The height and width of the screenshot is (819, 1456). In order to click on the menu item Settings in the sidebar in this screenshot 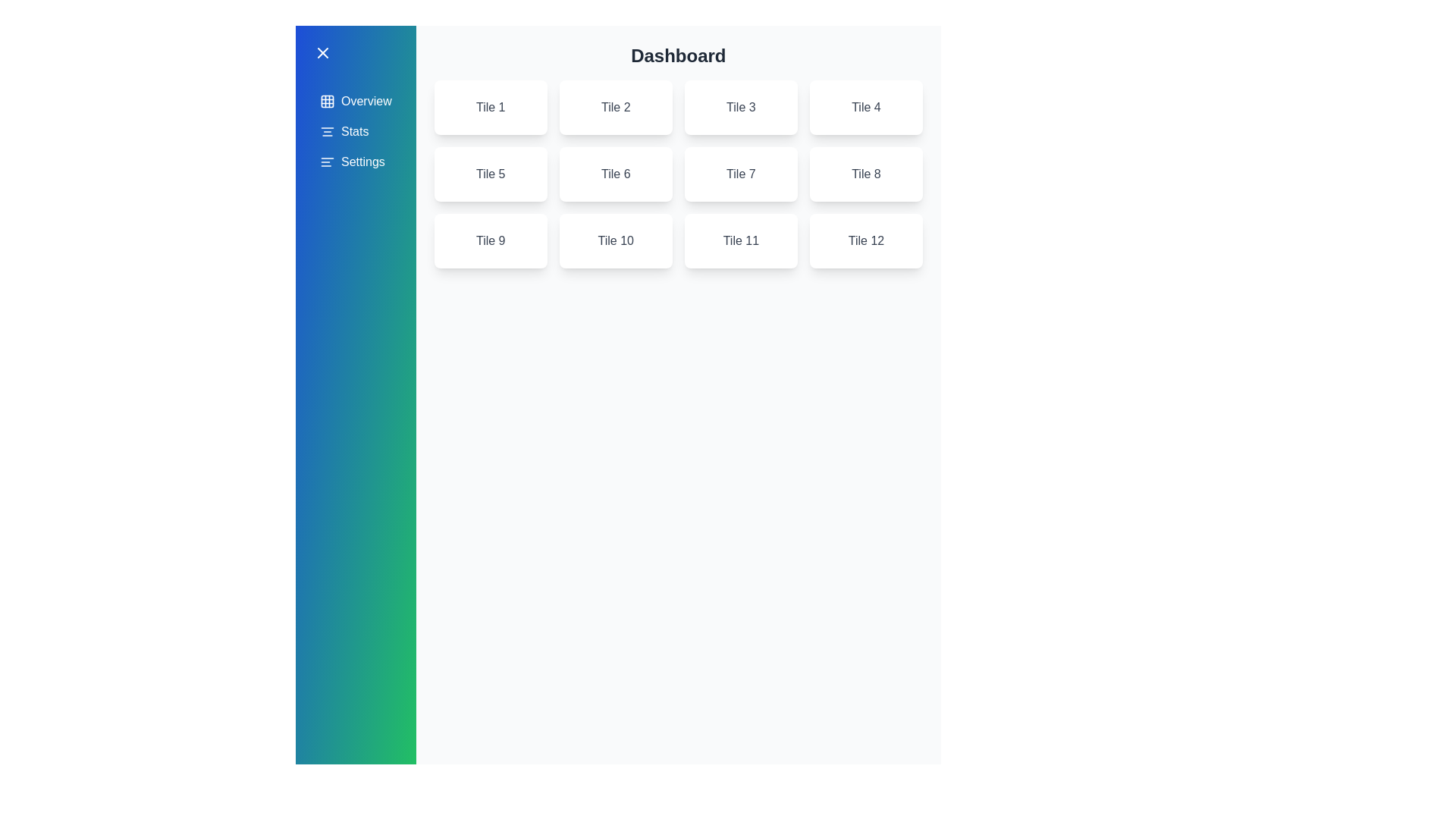, I will do `click(355, 162)`.